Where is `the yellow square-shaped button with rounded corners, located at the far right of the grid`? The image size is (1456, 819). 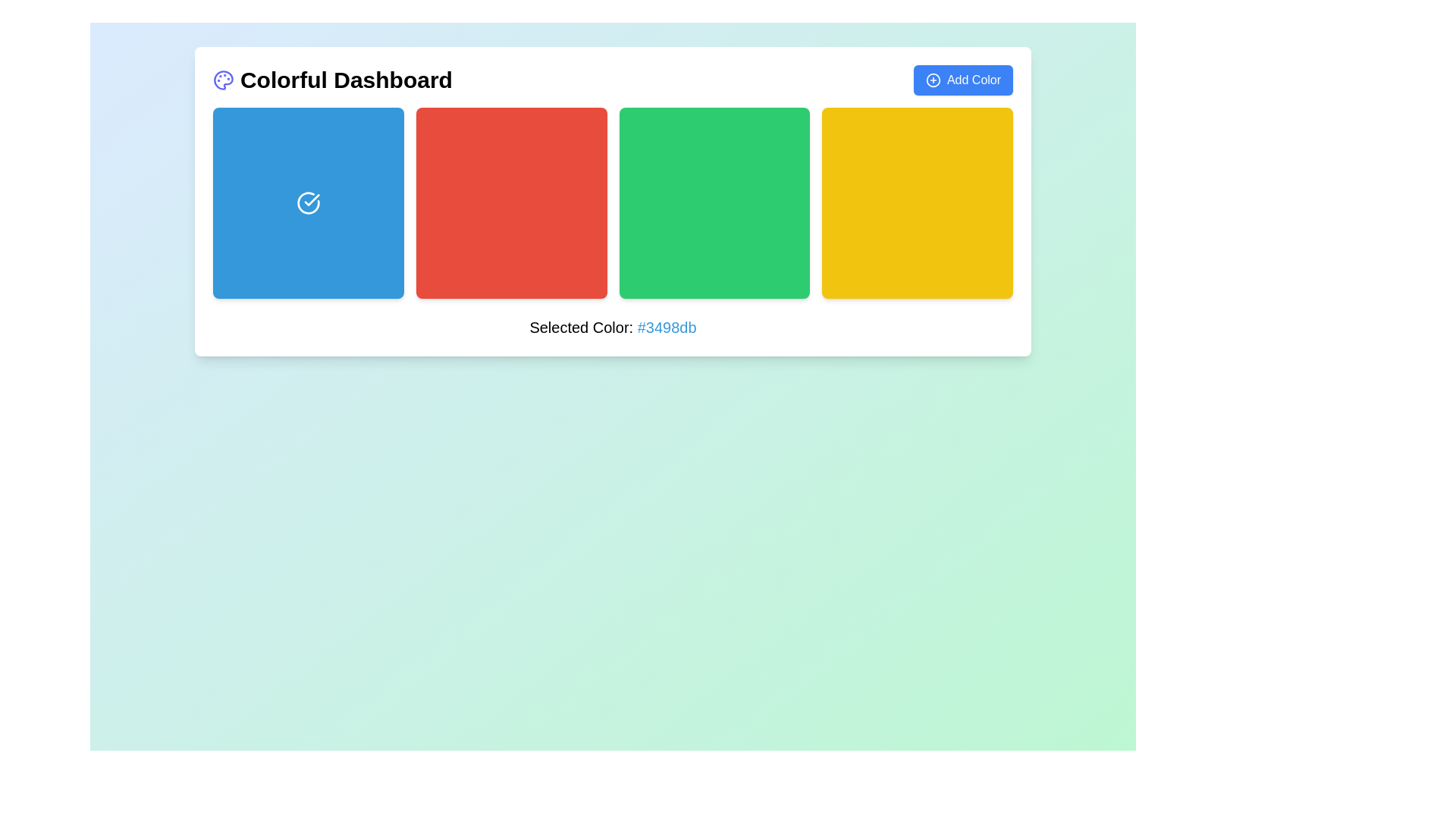
the yellow square-shaped button with rounded corners, located at the far right of the grid is located at coordinates (917, 202).